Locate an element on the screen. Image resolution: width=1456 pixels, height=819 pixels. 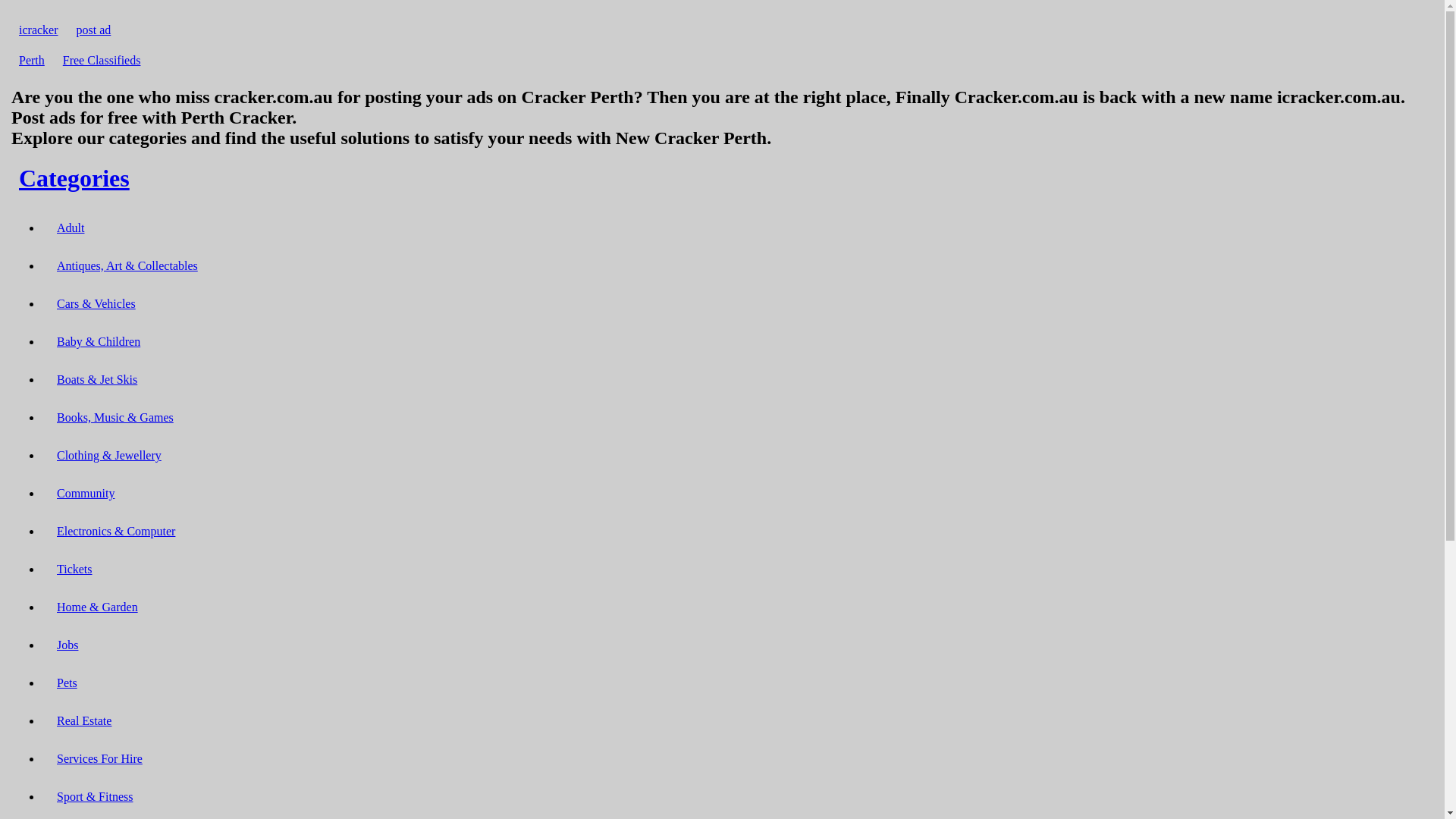
'Home & Garden' is located at coordinates (49, 606).